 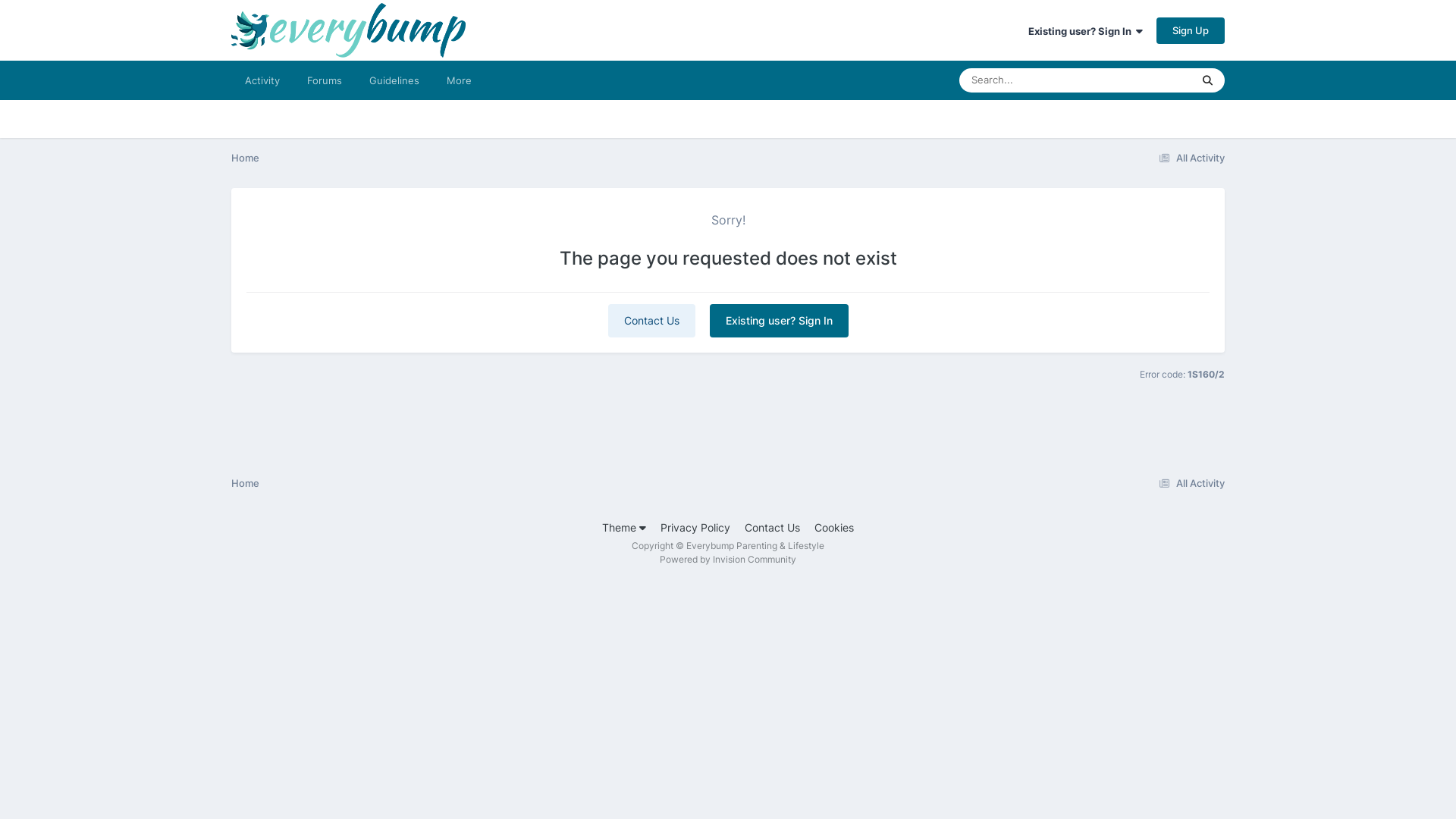 What do you see at coordinates (1084, 31) in the screenshot?
I see `'Existing user? Sign In  '` at bounding box center [1084, 31].